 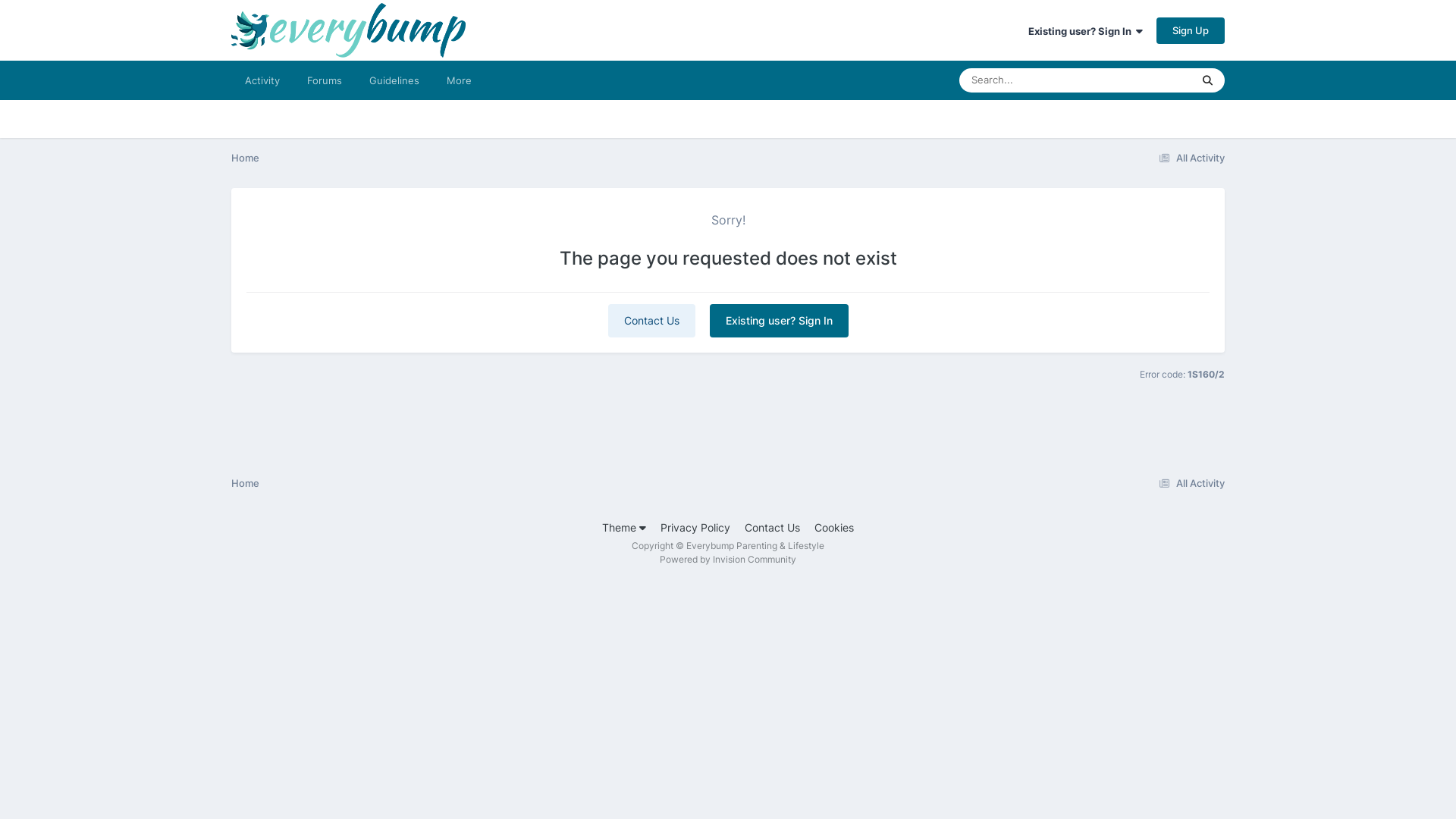 What do you see at coordinates (1084, 31) in the screenshot?
I see `'Existing user? Sign In  '` at bounding box center [1084, 31].